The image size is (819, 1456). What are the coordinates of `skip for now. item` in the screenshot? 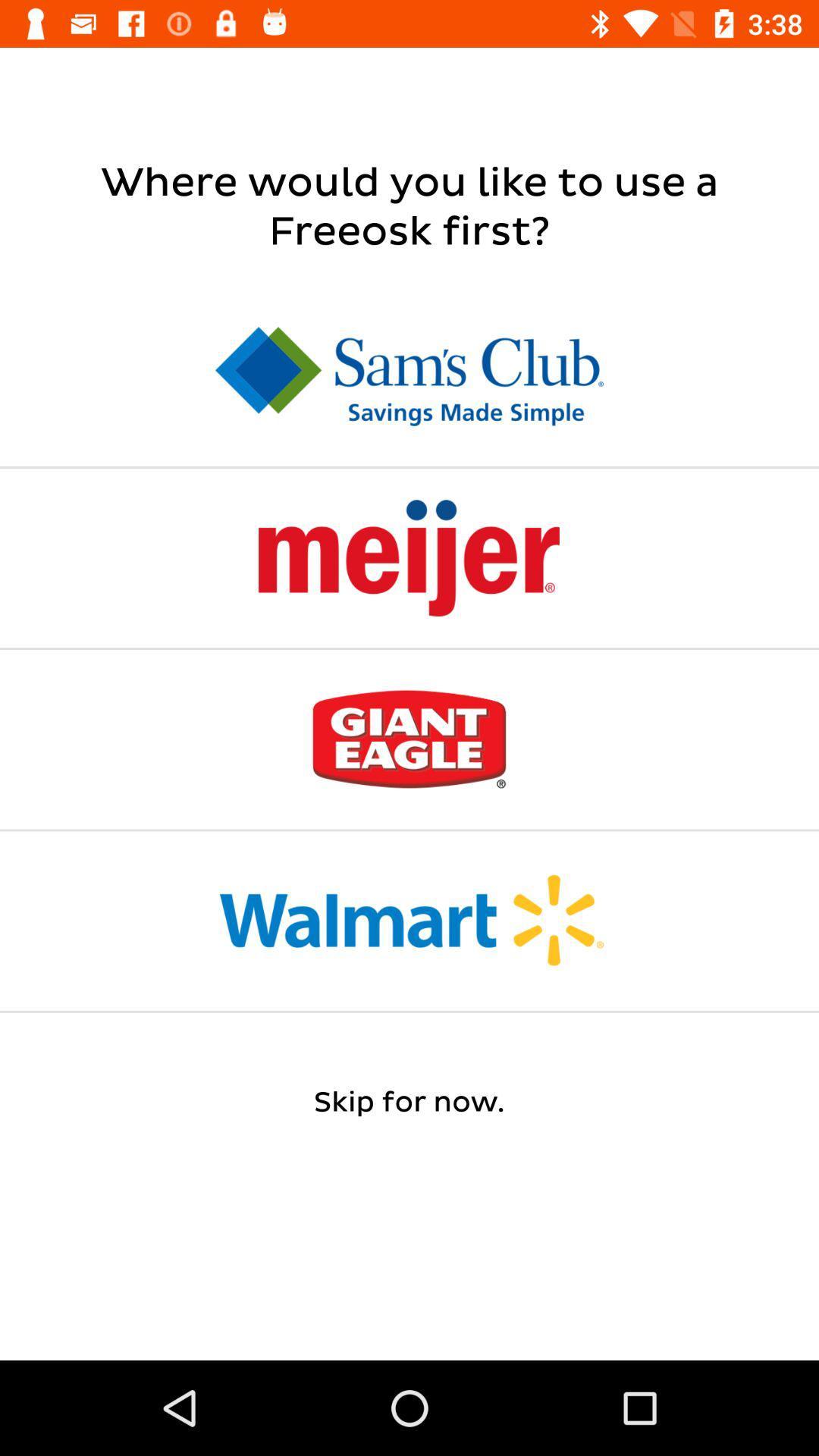 It's located at (409, 1102).